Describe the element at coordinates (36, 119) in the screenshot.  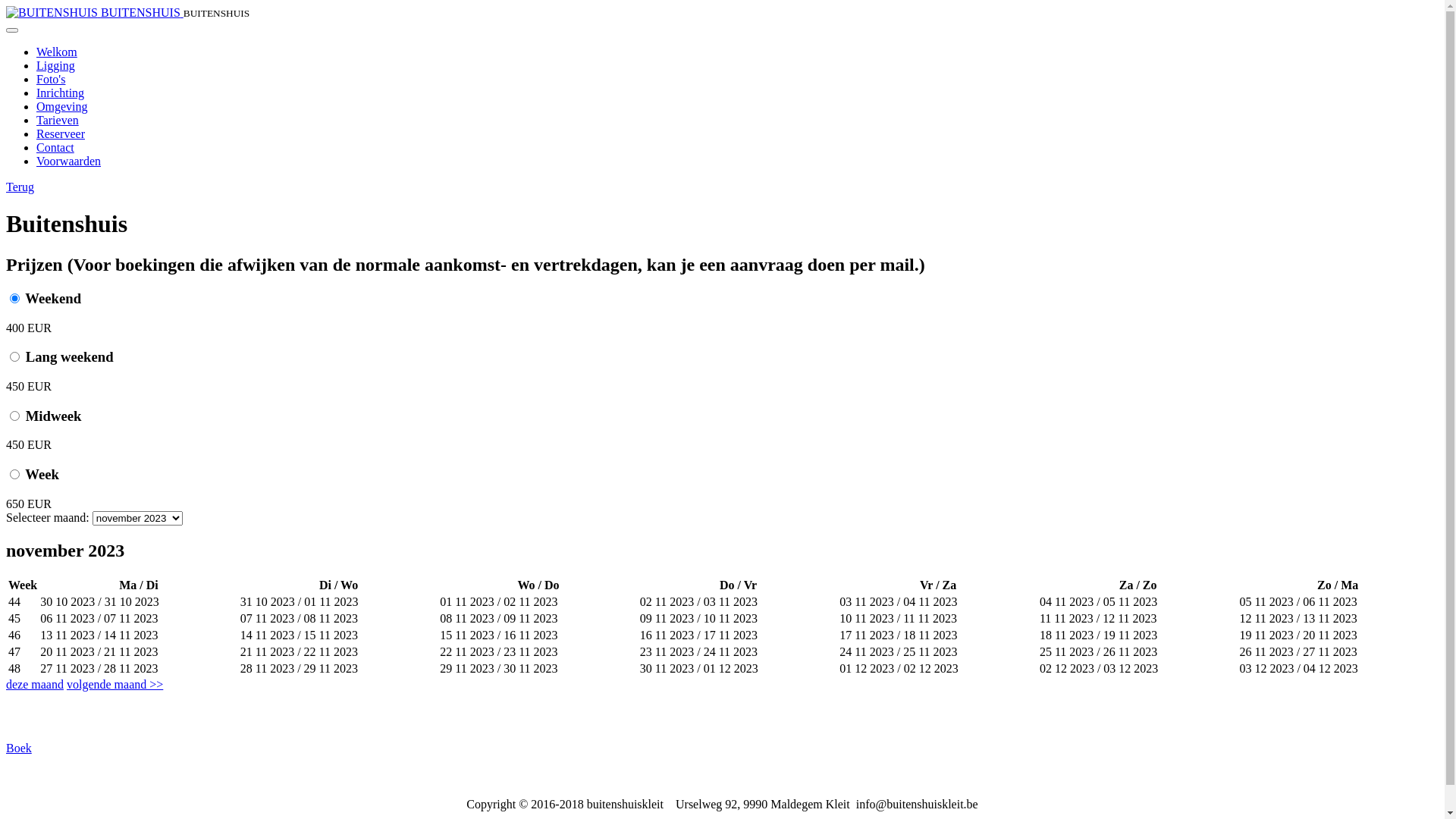
I see `'Tarieven'` at that location.